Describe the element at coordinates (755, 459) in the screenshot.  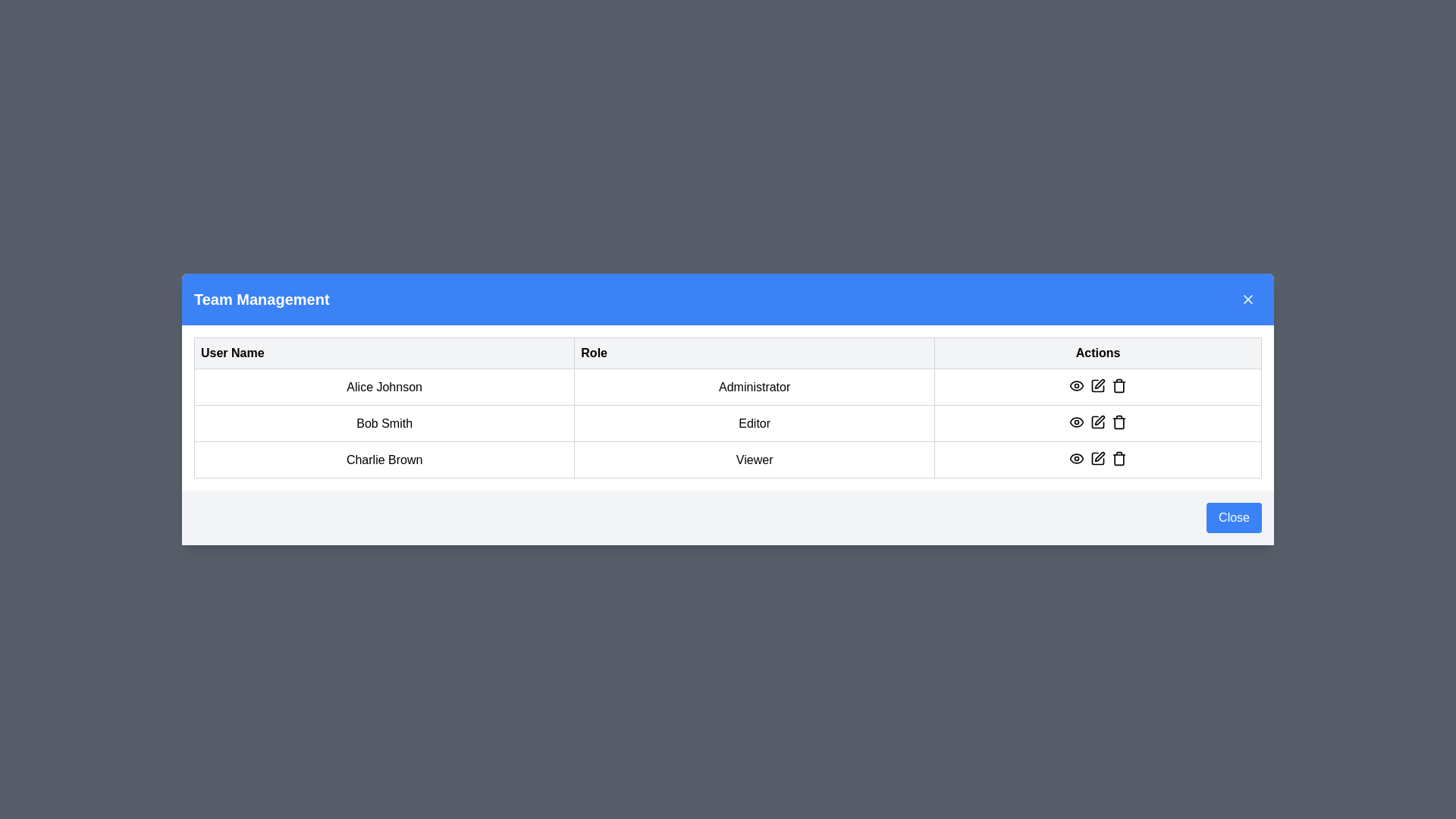
I see `the Static Text Display that shows 'Viewer' for user 'Charlie Brown' in the second cell of the 'Role' column` at that location.